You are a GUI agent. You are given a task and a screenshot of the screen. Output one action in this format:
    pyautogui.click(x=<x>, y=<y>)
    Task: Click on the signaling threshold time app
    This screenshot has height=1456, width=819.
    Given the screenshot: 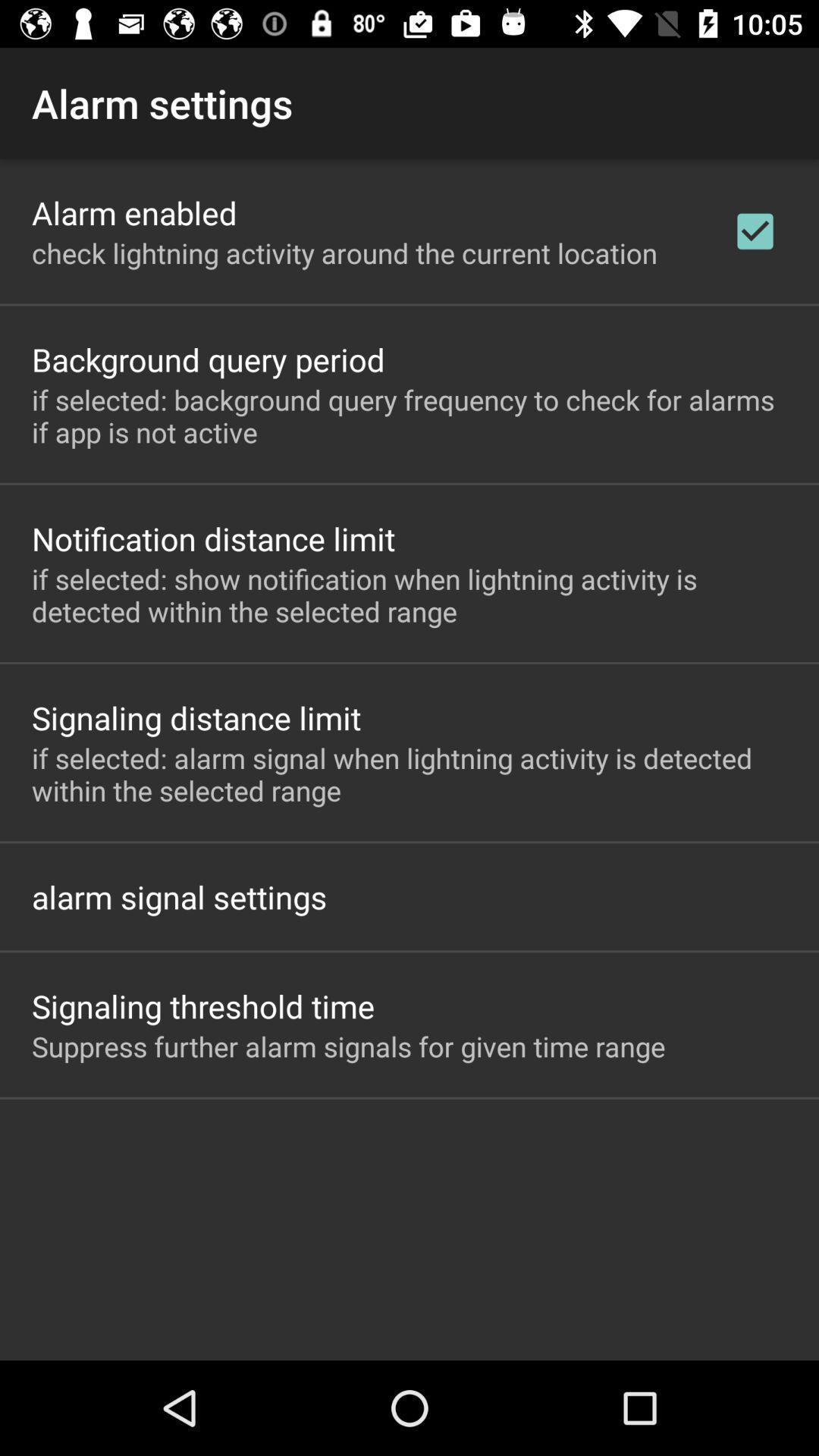 What is the action you would take?
    pyautogui.click(x=202, y=1006)
    